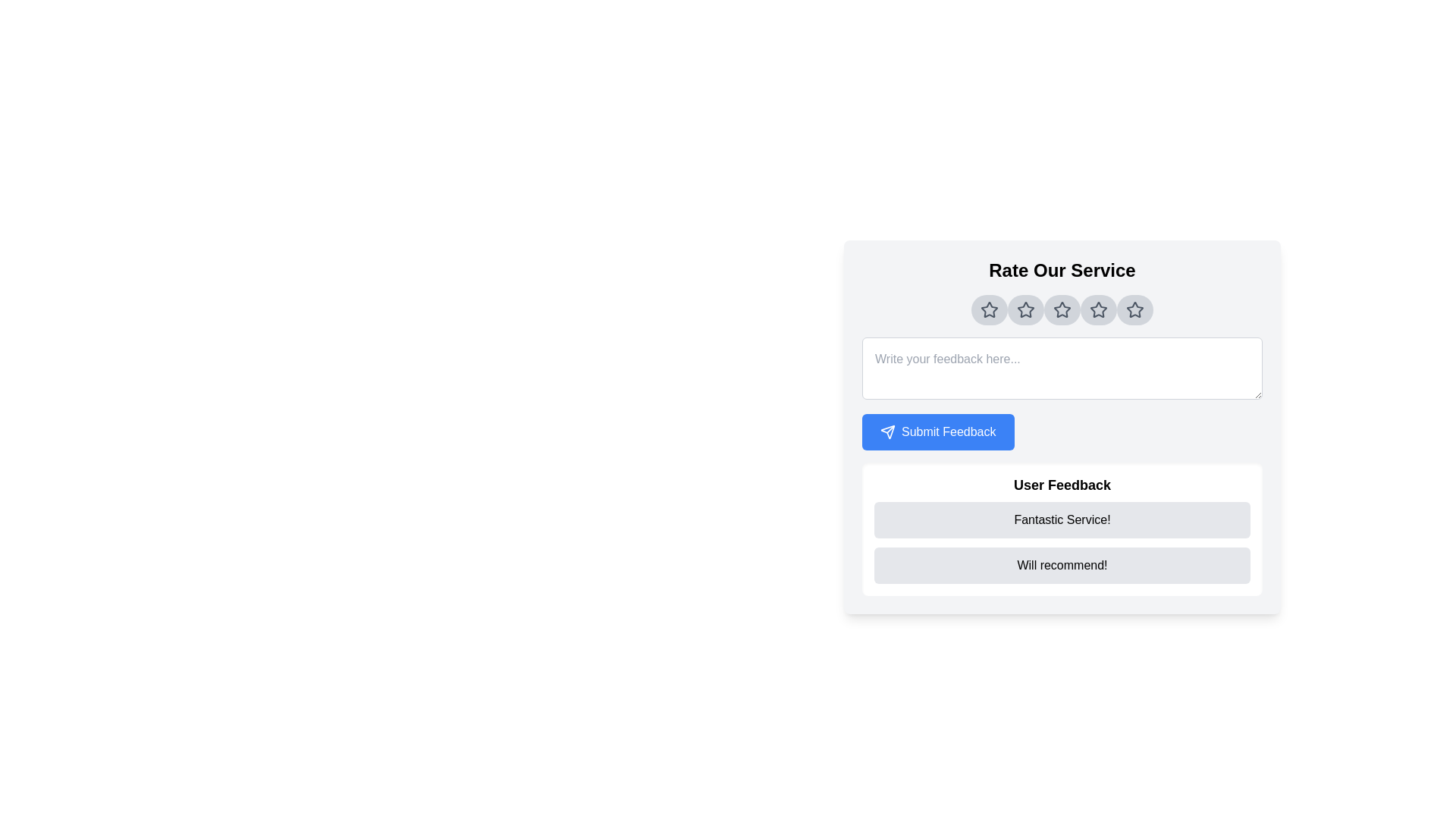 This screenshot has height=819, width=1456. I want to click on the third star icon from the left in the horizontal row of five star icons under the 'Rate Our Service' header to rate it, so click(1062, 309).